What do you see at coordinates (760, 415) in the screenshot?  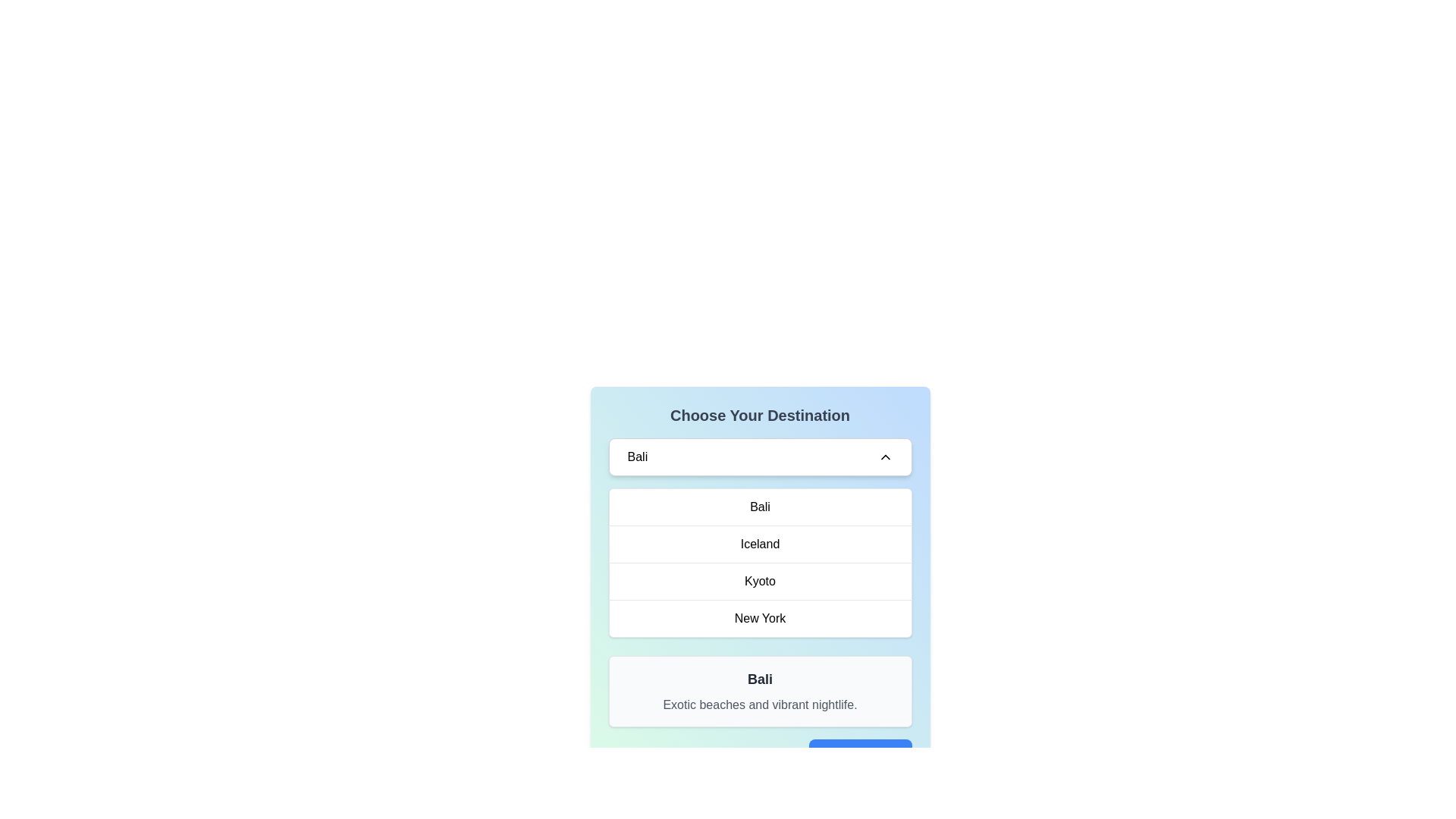 I see `the text element 'Choose Your Destination'` at bounding box center [760, 415].